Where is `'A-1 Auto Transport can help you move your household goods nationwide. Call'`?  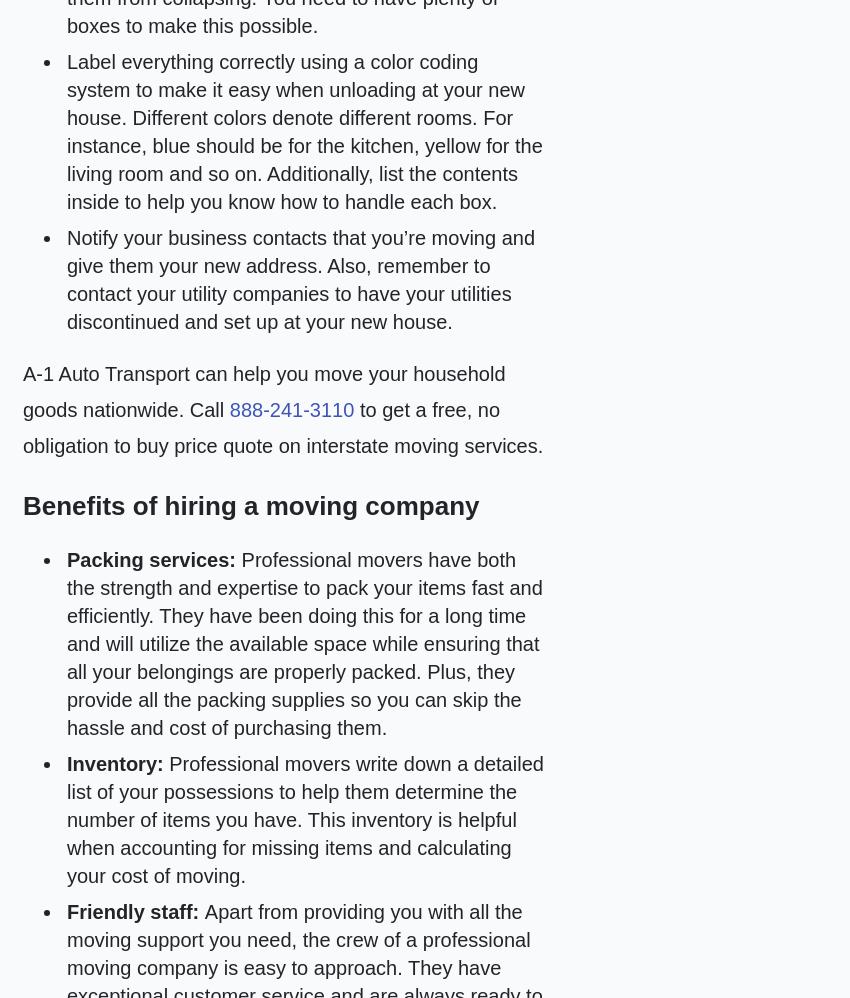
'A-1 Auto Transport can help you move your household goods nationwide. Call' is located at coordinates (263, 391).